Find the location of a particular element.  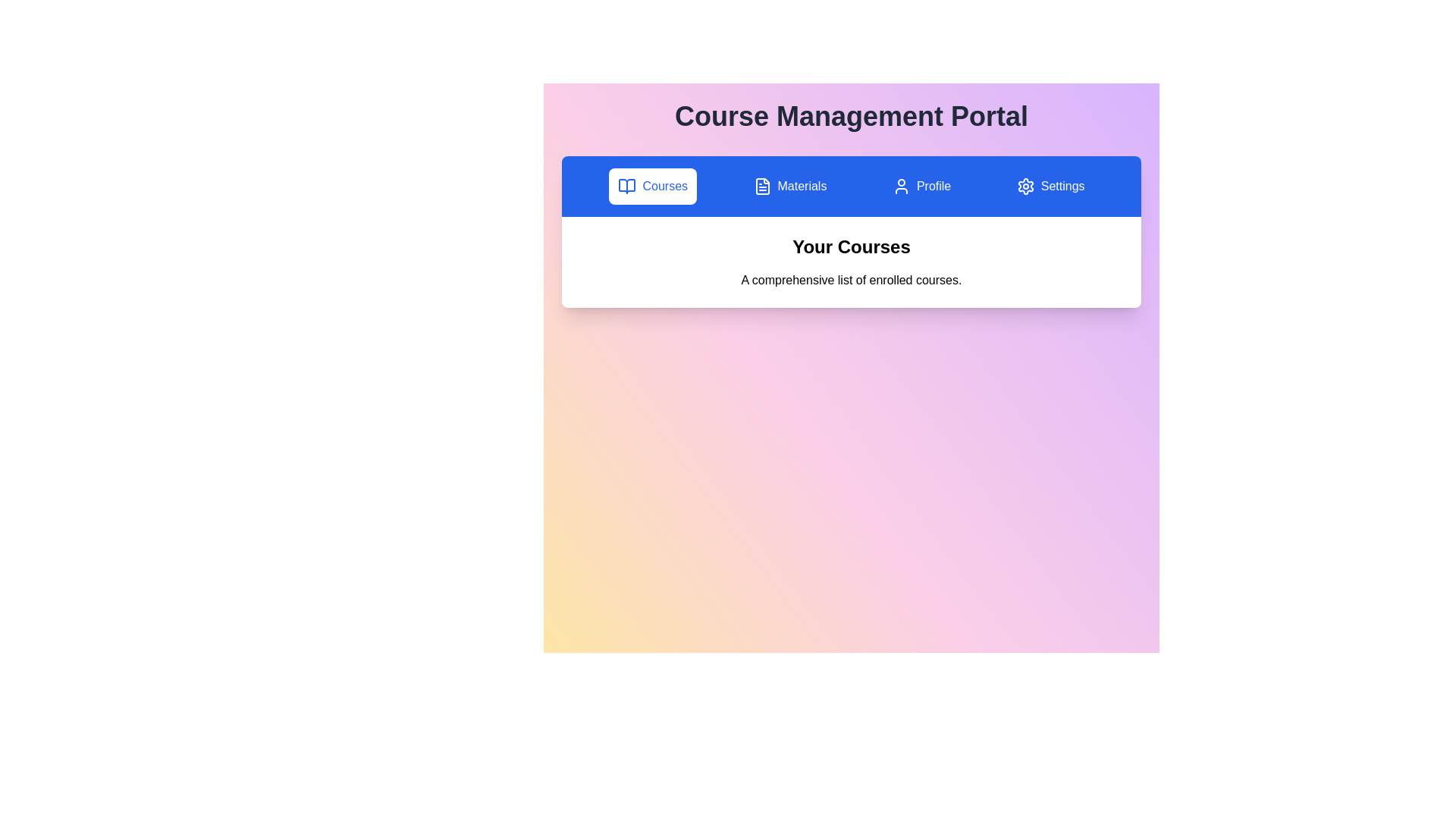

the 'Profile' icon in the navigation bar, which serves as a visual representation for accessing user-related settings or information is located at coordinates (901, 186).